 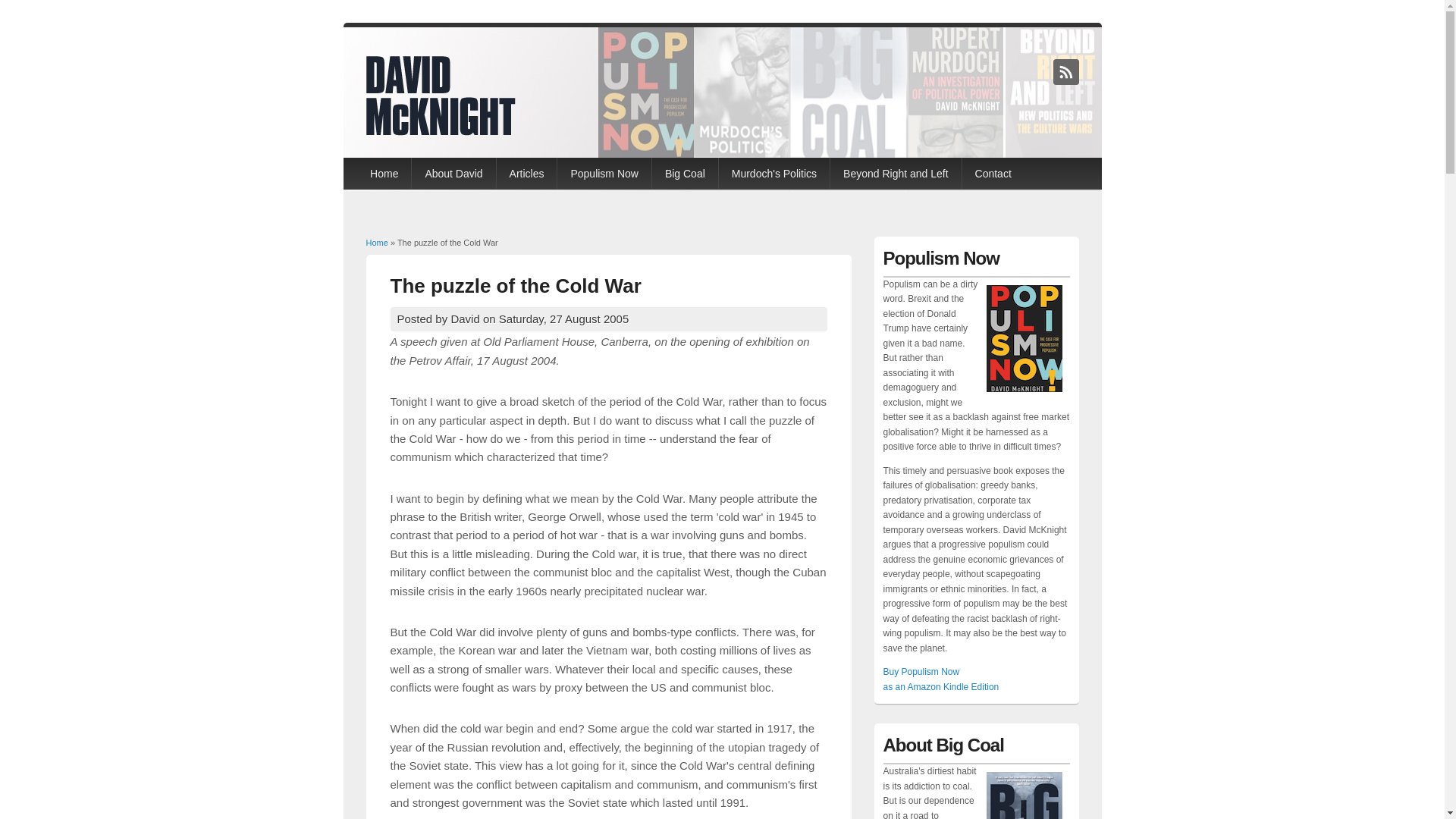 I want to click on 'Populism Now', so click(x=556, y=172).